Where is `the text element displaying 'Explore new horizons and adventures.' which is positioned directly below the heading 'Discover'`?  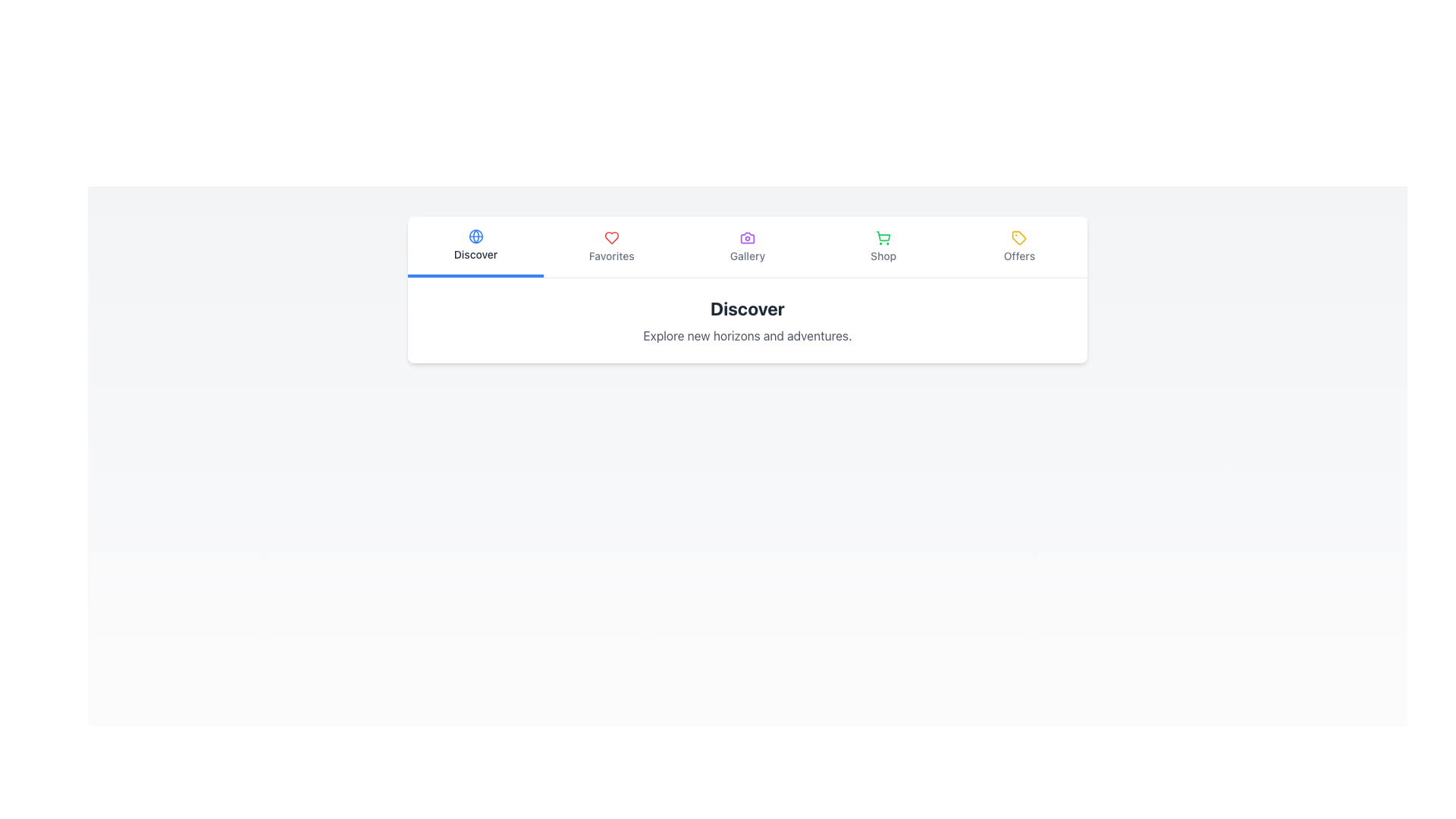
the text element displaying 'Explore new horizons and adventures.' which is positioned directly below the heading 'Discover' is located at coordinates (747, 335).